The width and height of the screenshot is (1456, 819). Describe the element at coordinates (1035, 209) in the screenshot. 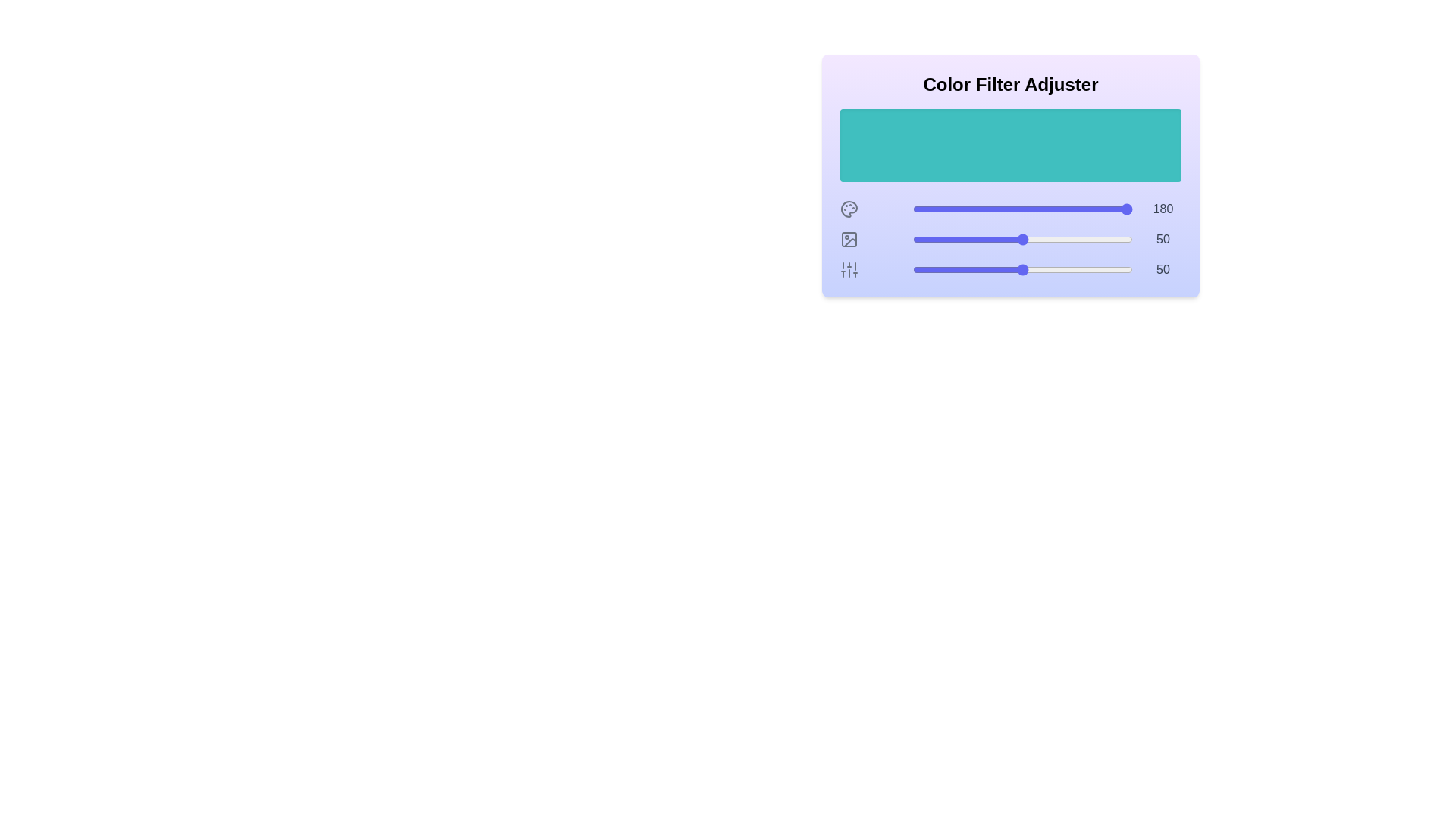

I see `the Hue slider to a value of 56` at that location.